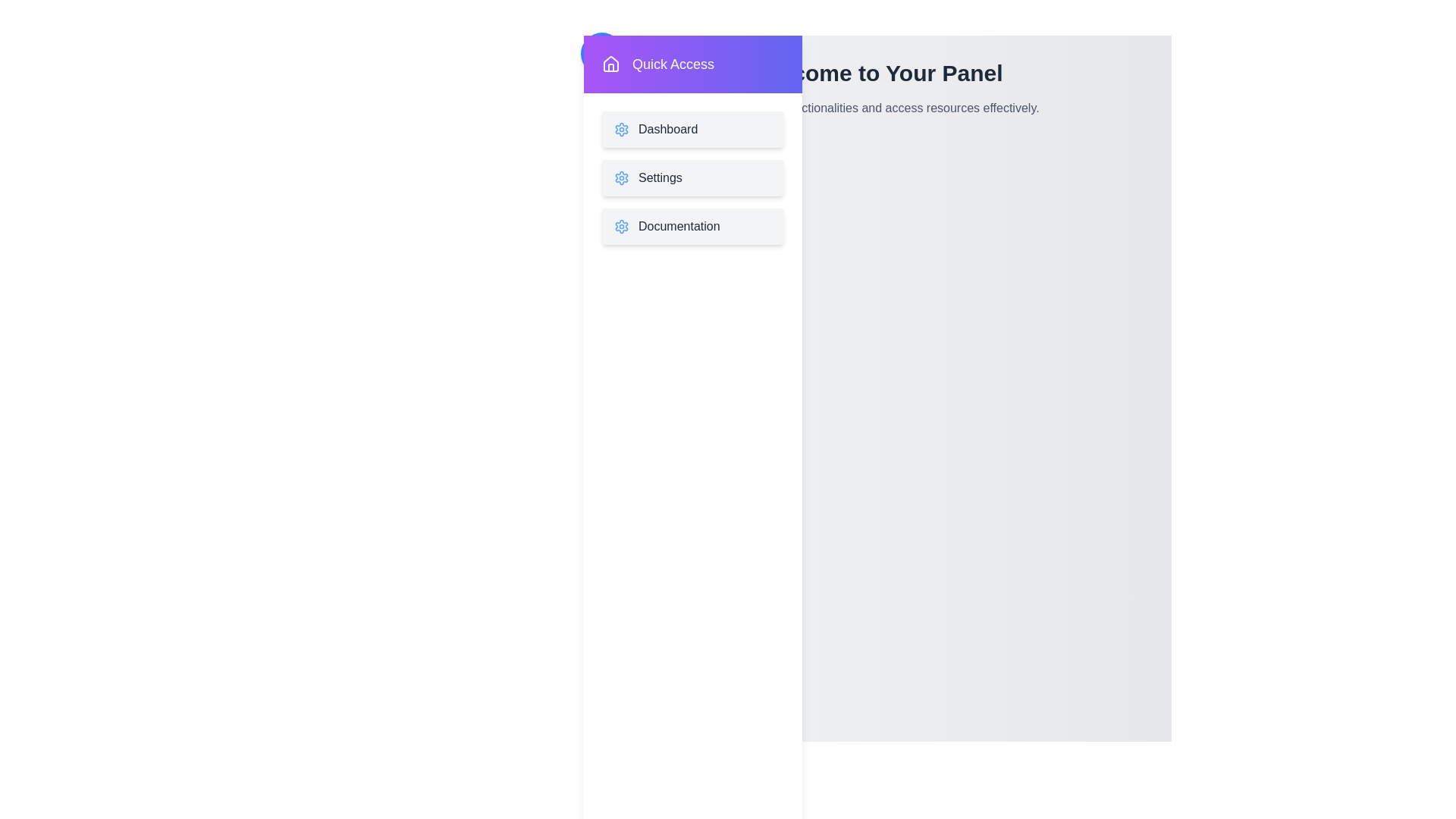 Image resolution: width=1456 pixels, height=819 pixels. What do you see at coordinates (692, 128) in the screenshot?
I see `the 'Dashboard' menu item in the drawer` at bounding box center [692, 128].